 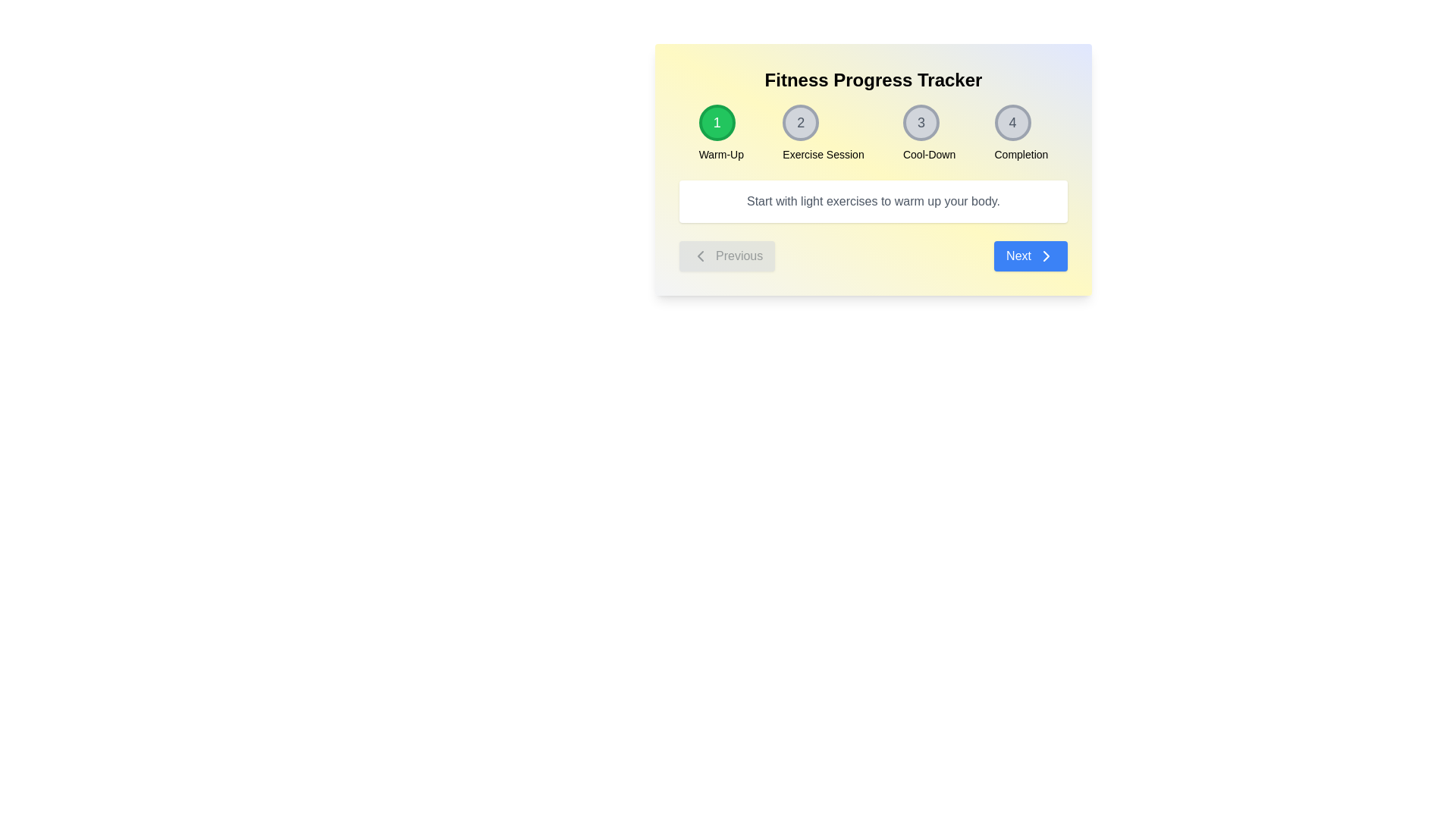 What do you see at coordinates (716, 122) in the screenshot?
I see `the content of the Text Label displaying the number '1' in a bold white typeface, which is centered within a green circular background, part of the first item in the horizontal progress bar` at bounding box center [716, 122].